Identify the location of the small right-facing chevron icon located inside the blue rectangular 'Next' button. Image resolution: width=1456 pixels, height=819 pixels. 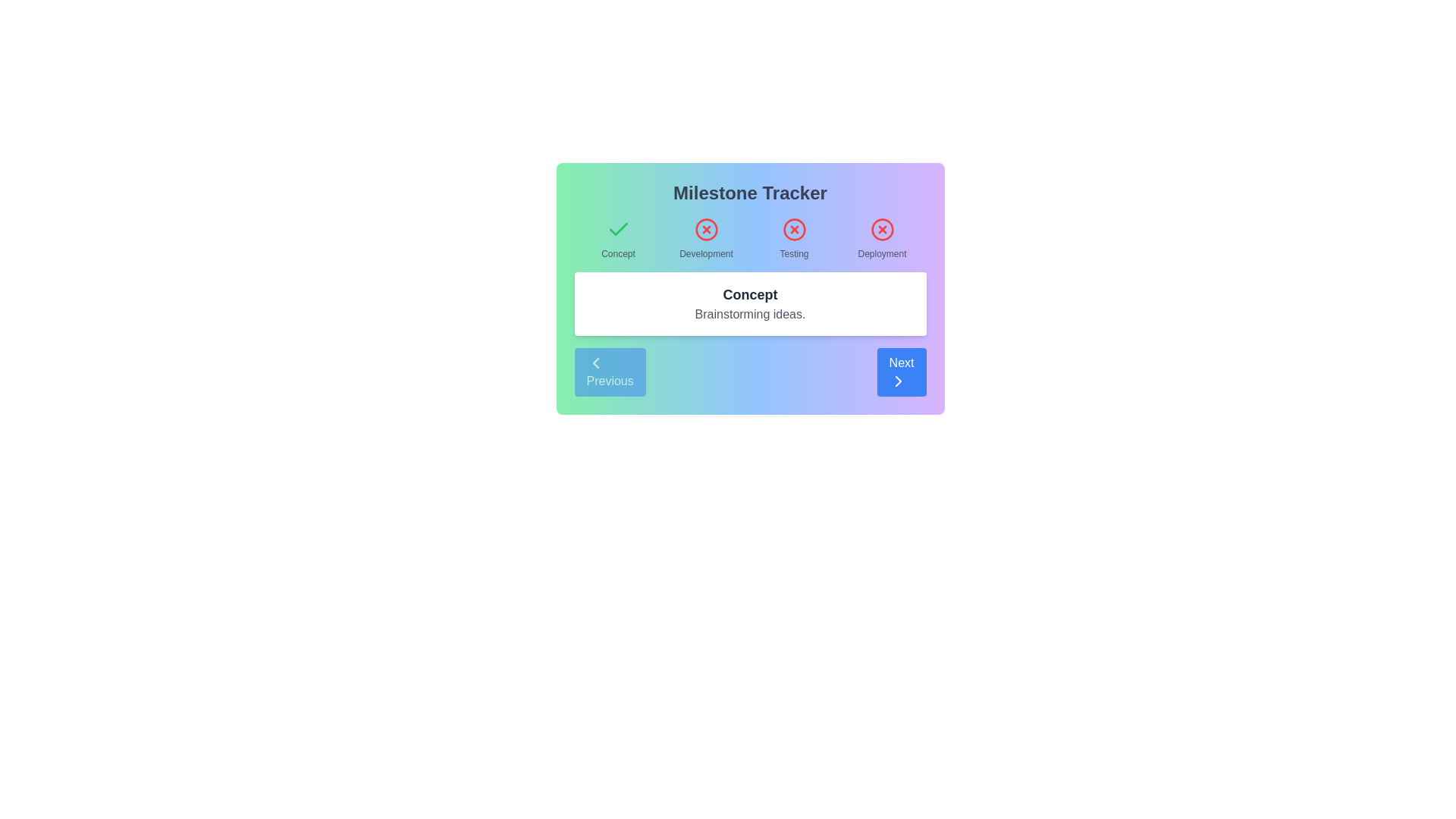
(898, 380).